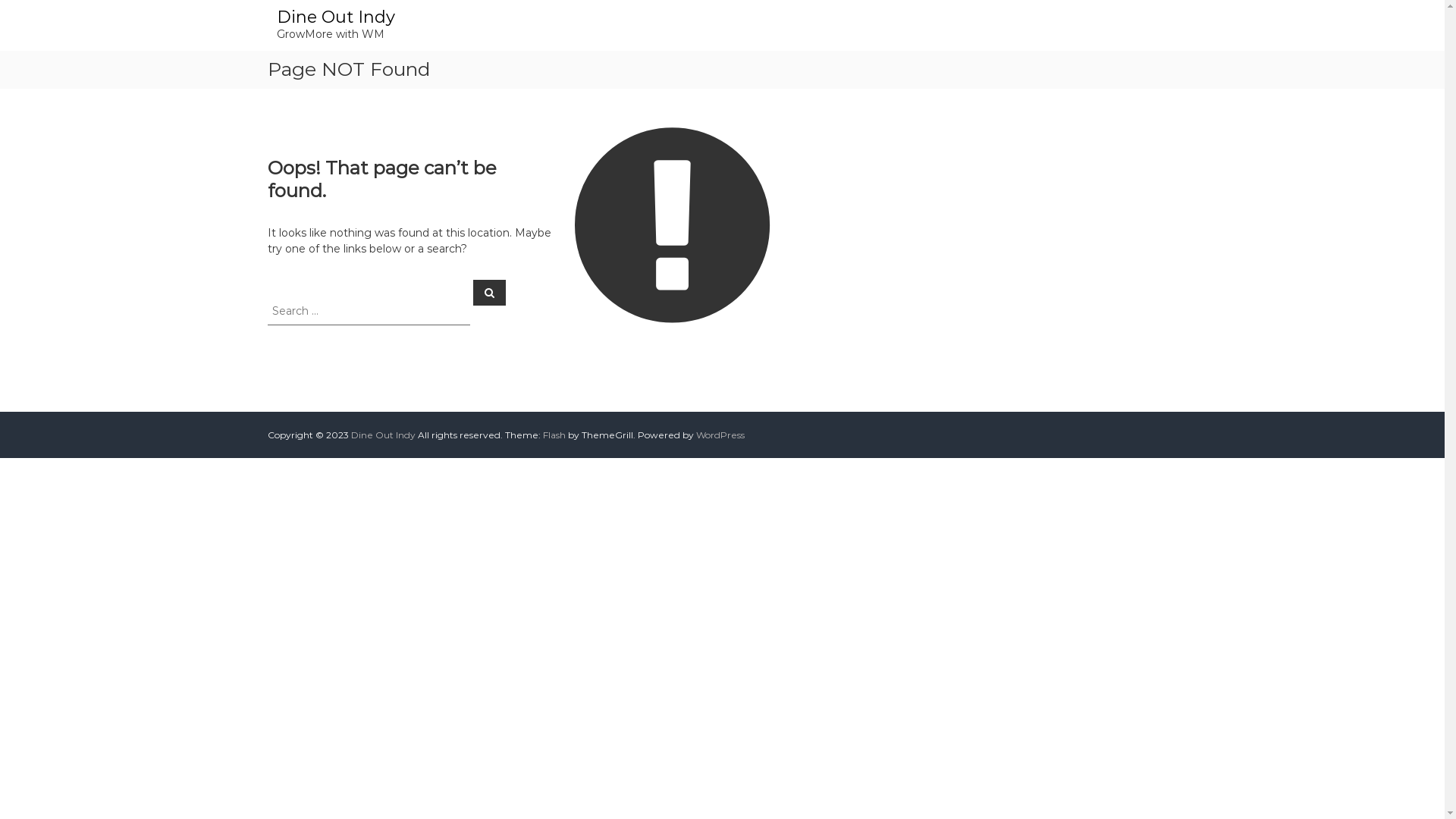 The width and height of the screenshot is (1456, 819). What do you see at coordinates (720, 435) in the screenshot?
I see `'WordPress'` at bounding box center [720, 435].